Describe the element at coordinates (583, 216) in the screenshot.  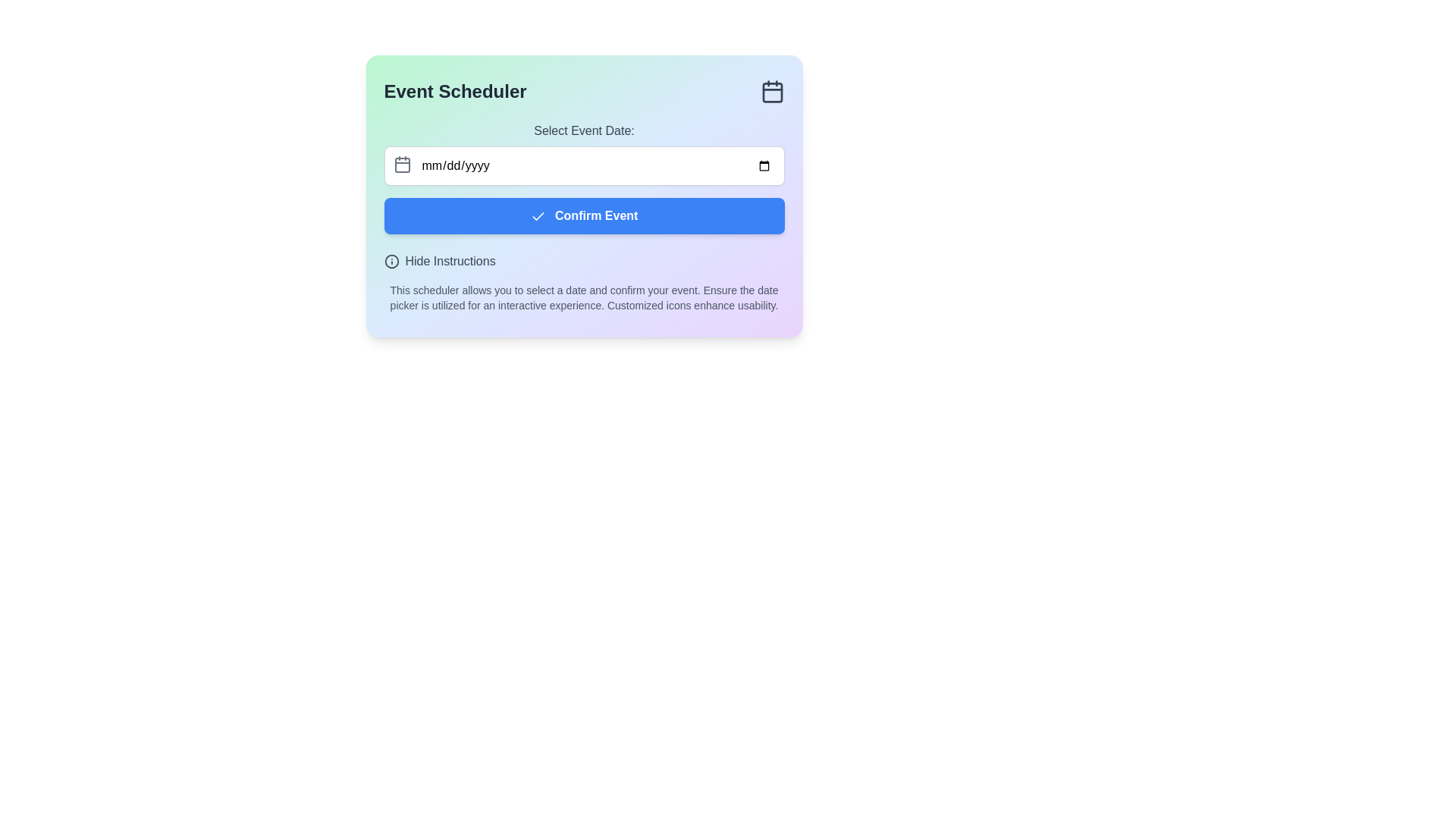
I see `the confirm button located below the 'Select Event Date' input field to confirm the event date selection` at that location.